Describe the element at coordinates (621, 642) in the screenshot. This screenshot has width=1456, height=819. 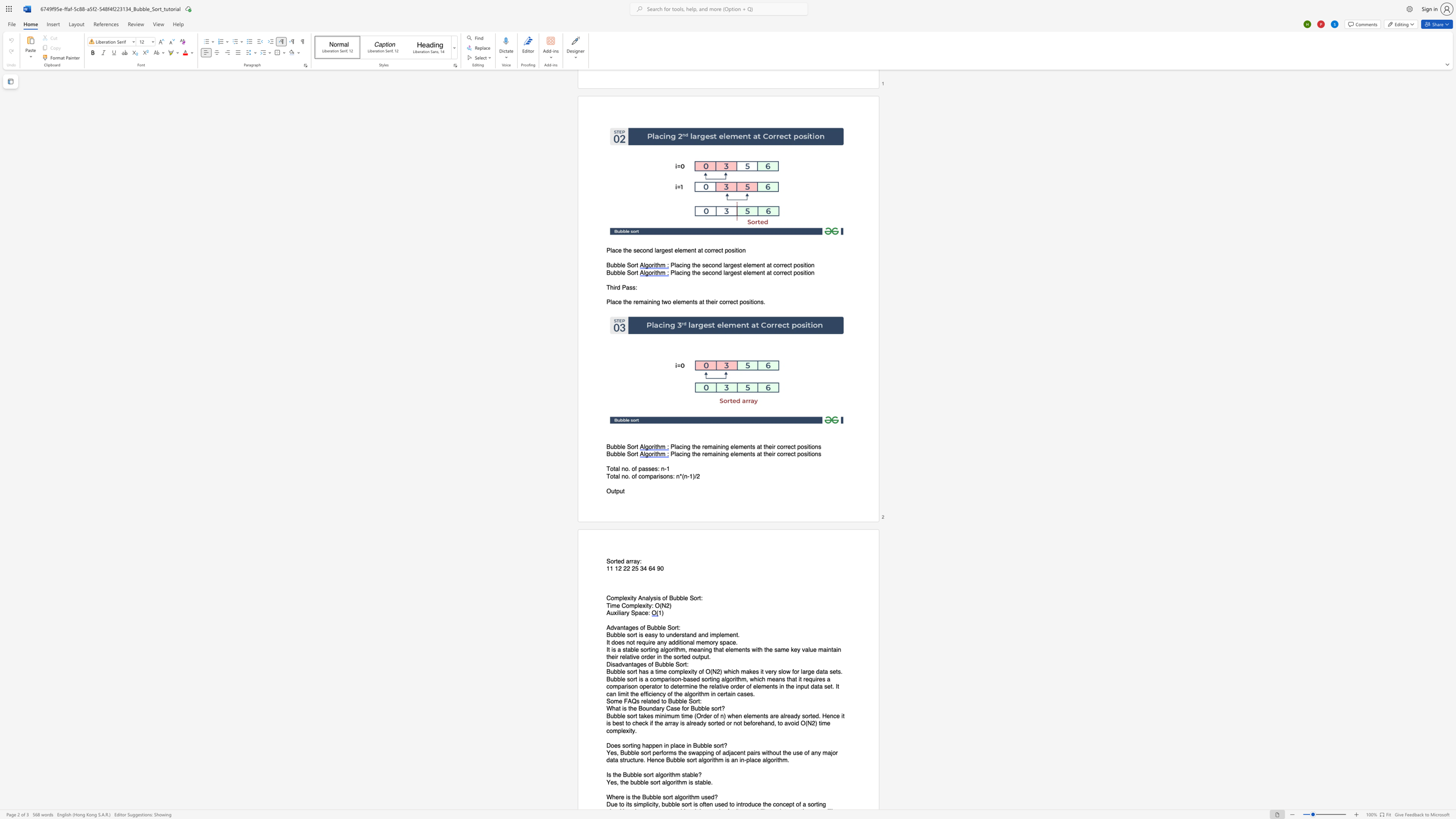
I see `the space between the continuous character "e" and "s" in the text` at that location.